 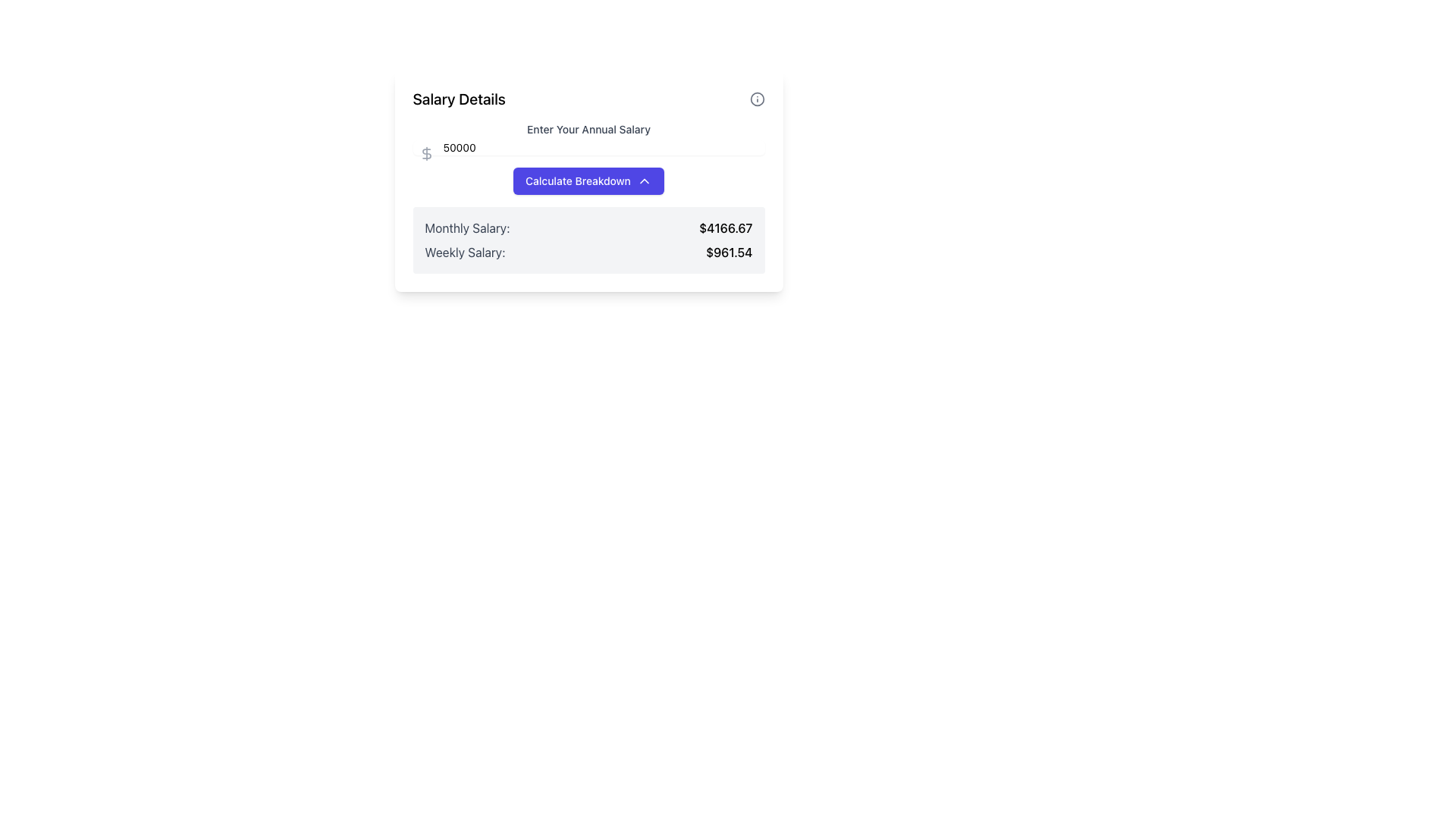 I want to click on the text label that reads 'Monthly Salary:' located in the left cell of a two-column row in a vertically stacked list, so click(x=466, y=227).